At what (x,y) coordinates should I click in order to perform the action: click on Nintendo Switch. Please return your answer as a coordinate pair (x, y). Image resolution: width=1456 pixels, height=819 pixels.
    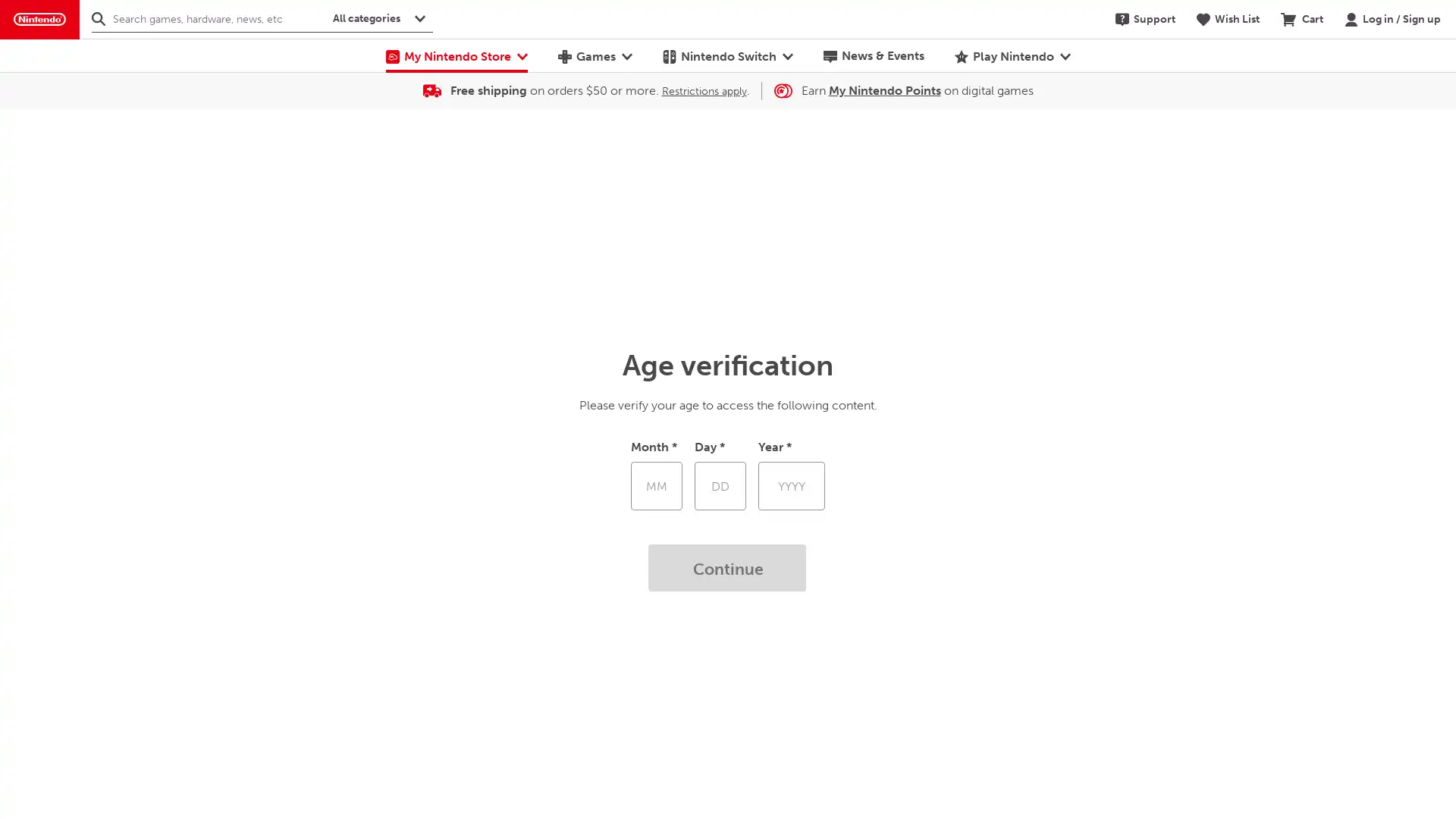
    Looking at the image, I should click on (726, 55).